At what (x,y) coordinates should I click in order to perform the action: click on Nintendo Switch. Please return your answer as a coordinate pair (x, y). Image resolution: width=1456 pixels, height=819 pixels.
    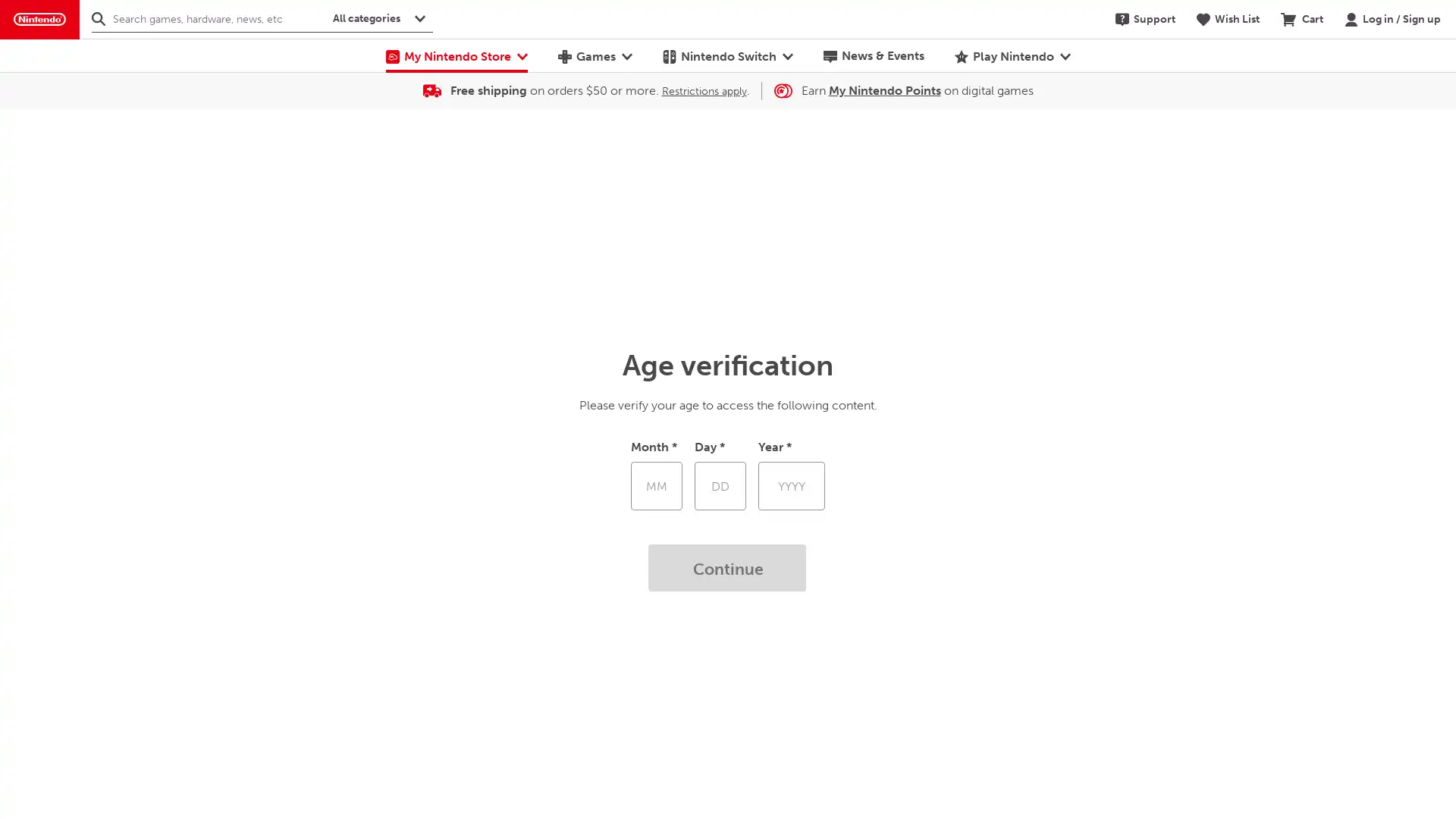
    Looking at the image, I should click on (726, 55).